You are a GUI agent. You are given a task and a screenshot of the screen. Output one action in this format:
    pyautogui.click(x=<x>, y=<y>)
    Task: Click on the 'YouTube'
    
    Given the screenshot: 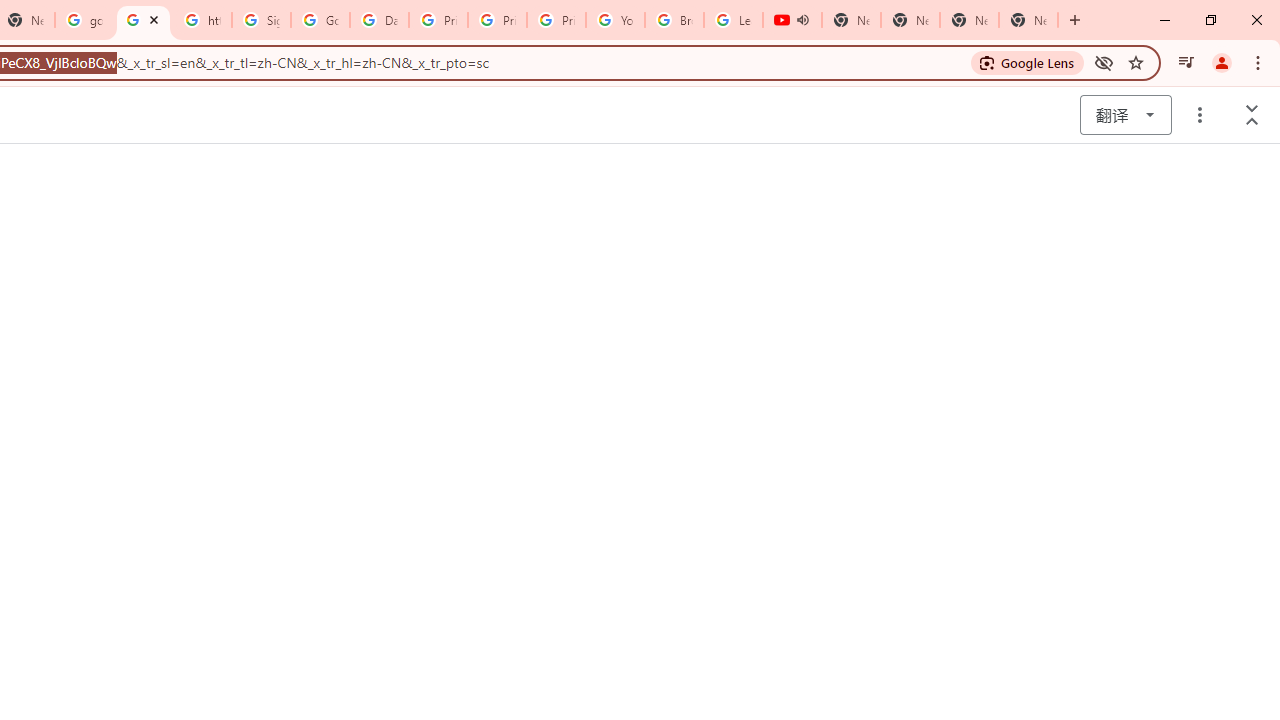 What is the action you would take?
    pyautogui.click(x=614, y=20)
    